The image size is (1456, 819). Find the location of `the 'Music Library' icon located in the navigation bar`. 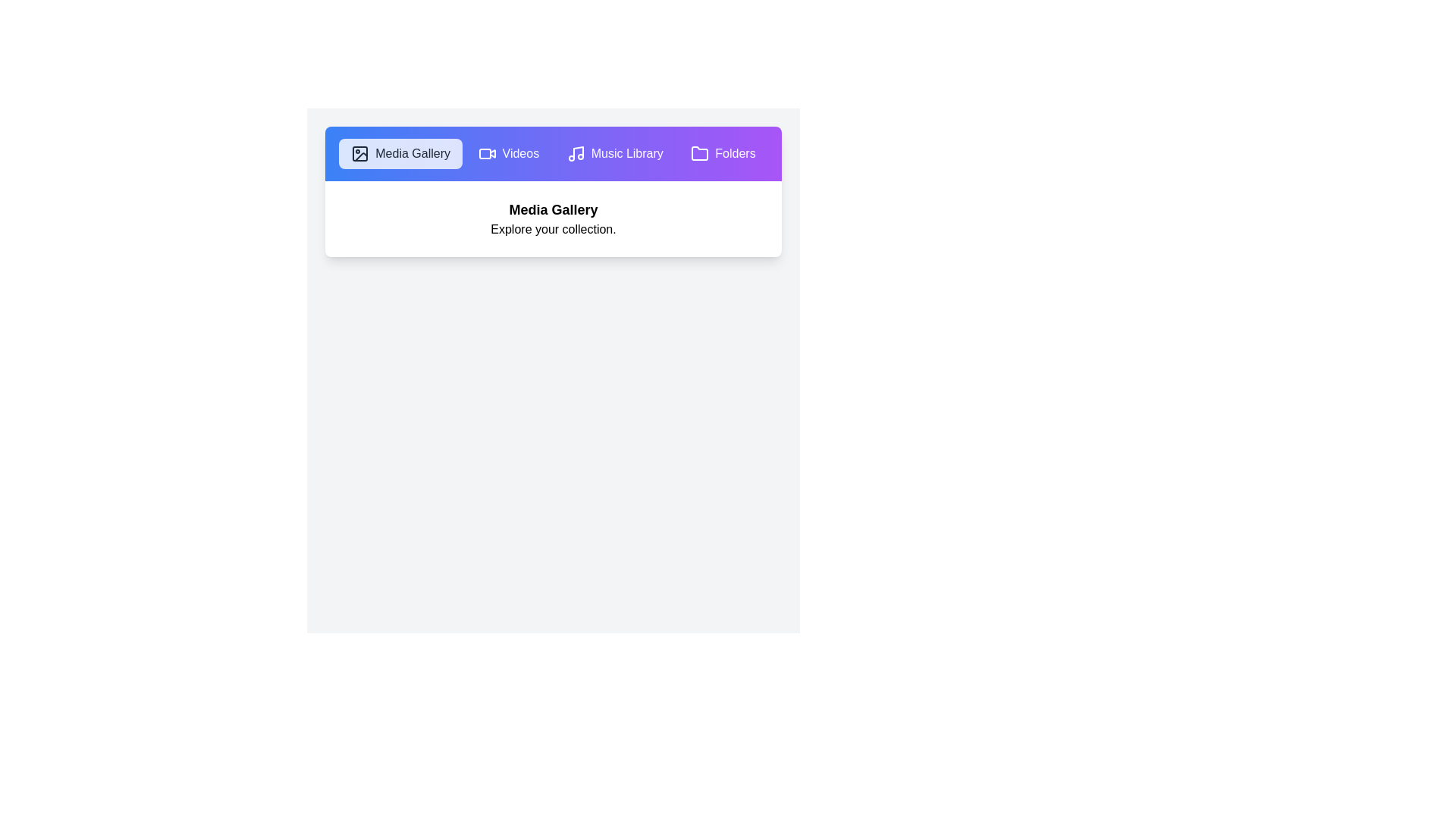

the 'Music Library' icon located in the navigation bar is located at coordinates (575, 154).